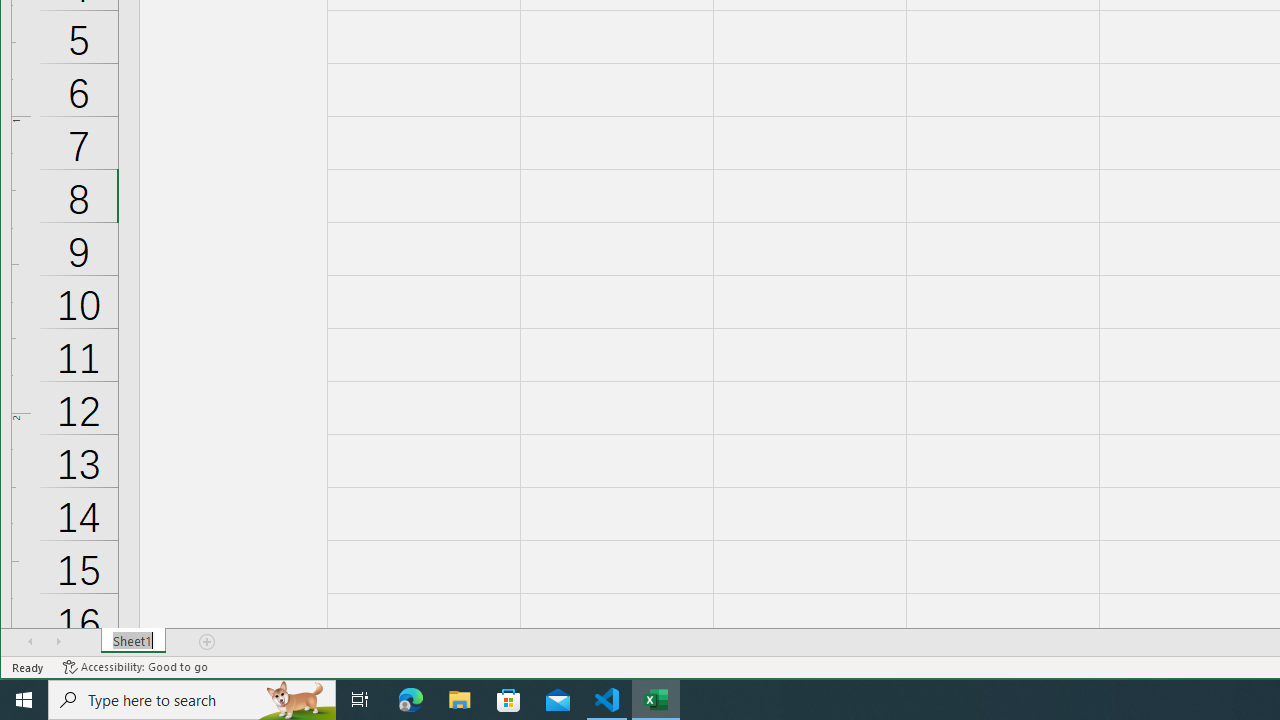  Describe the element at coordinates (459, 698) in the screenshot. I see `'File Explorer'` at that location.